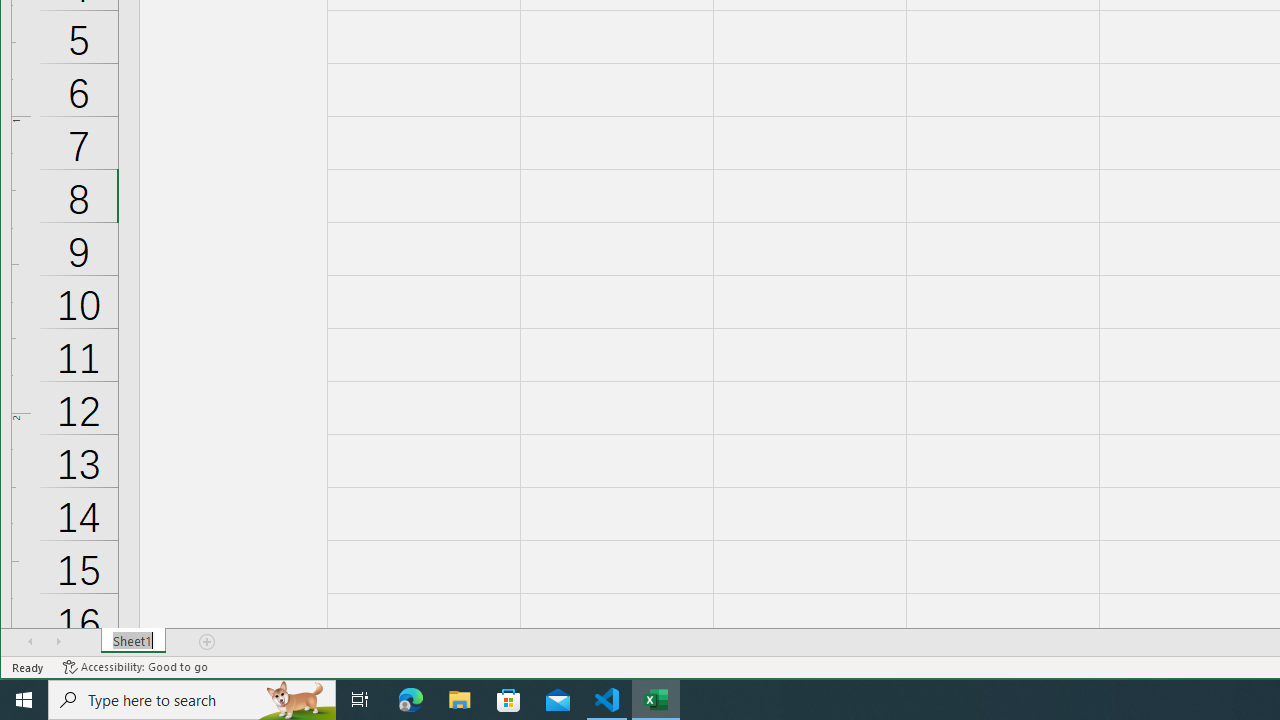  Describe the element at coordinates (459, 698) in the screenshot. I see `'File Explorer'` at that location.